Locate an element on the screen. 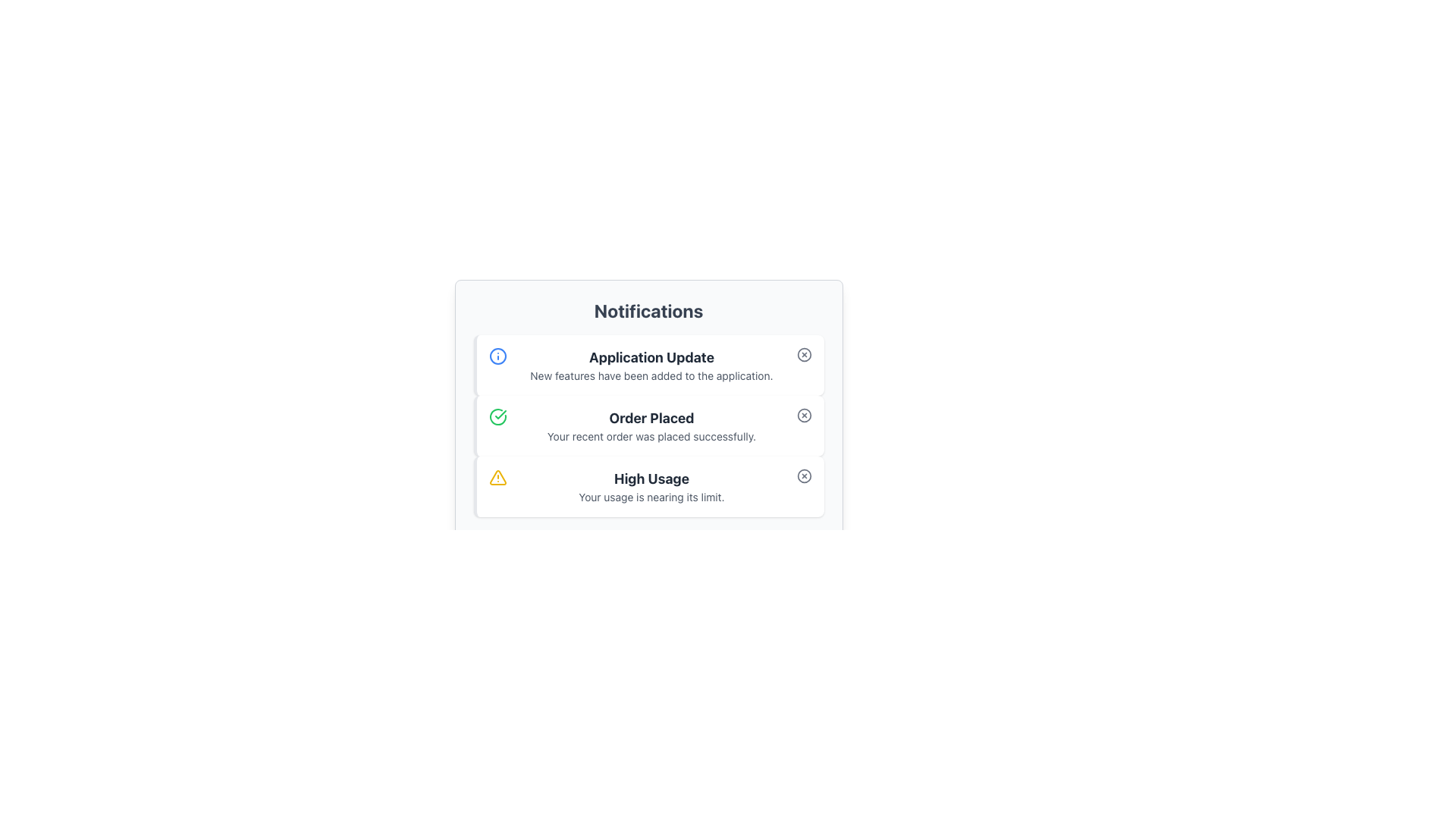 The height and width of the screenshot is (819, 1456). the notification header and description text block that indicates the successful placement of a recent order, which is located in the middle of the notification card is located at coordinates (651, 426).